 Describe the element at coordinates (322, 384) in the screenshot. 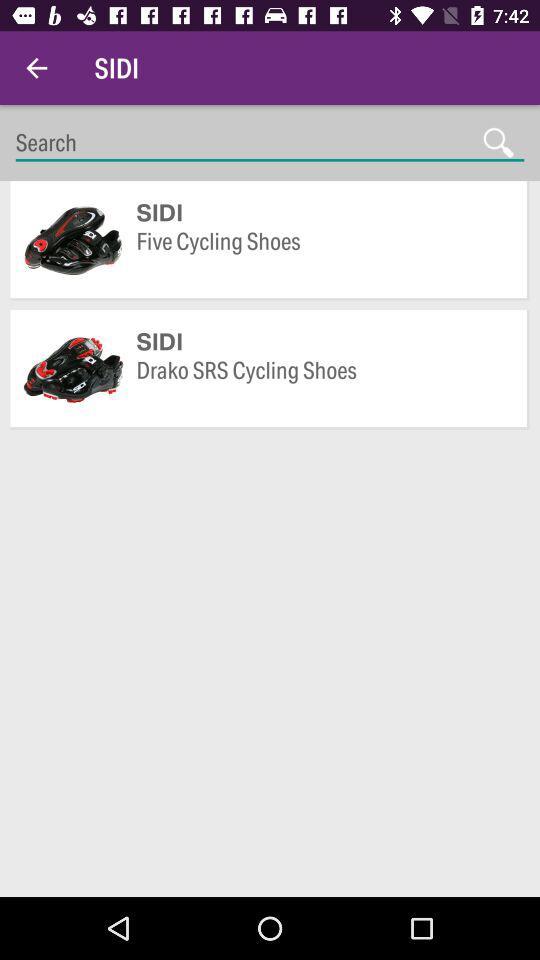

I see `item below sidi` at that location.